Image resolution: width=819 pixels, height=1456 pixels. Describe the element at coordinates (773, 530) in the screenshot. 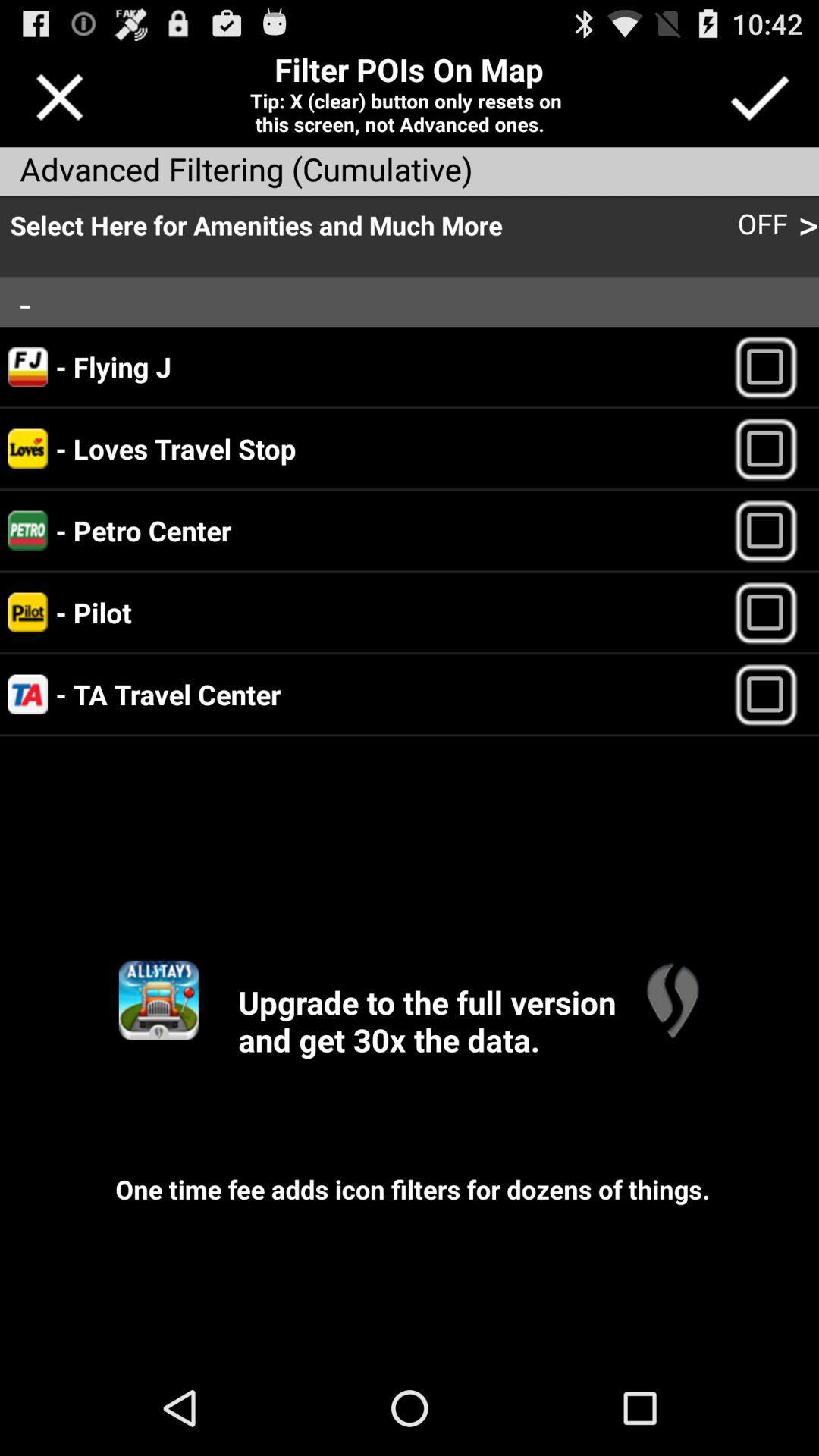

I see `the option` at that location.